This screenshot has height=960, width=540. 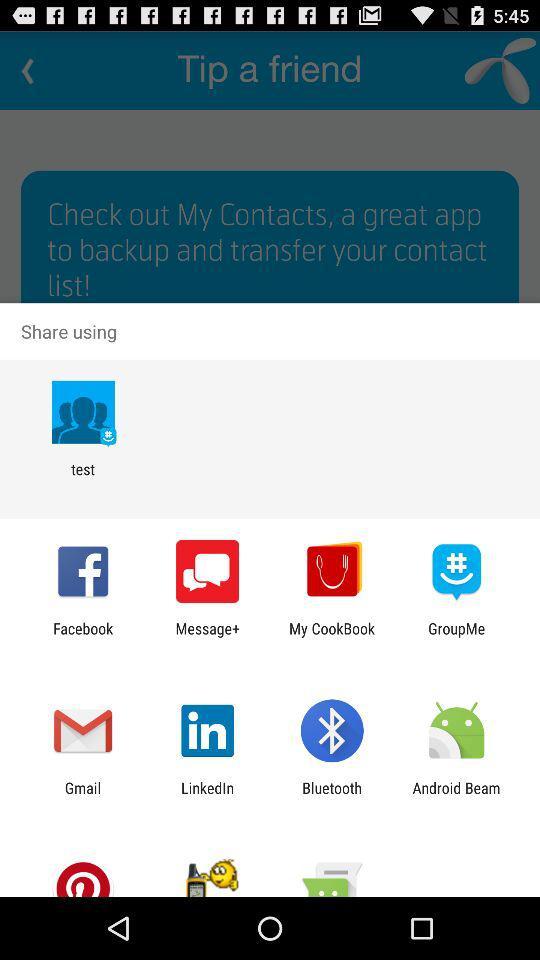 I want to click on item to the right of message+ icon, so click(x=332, y=636).